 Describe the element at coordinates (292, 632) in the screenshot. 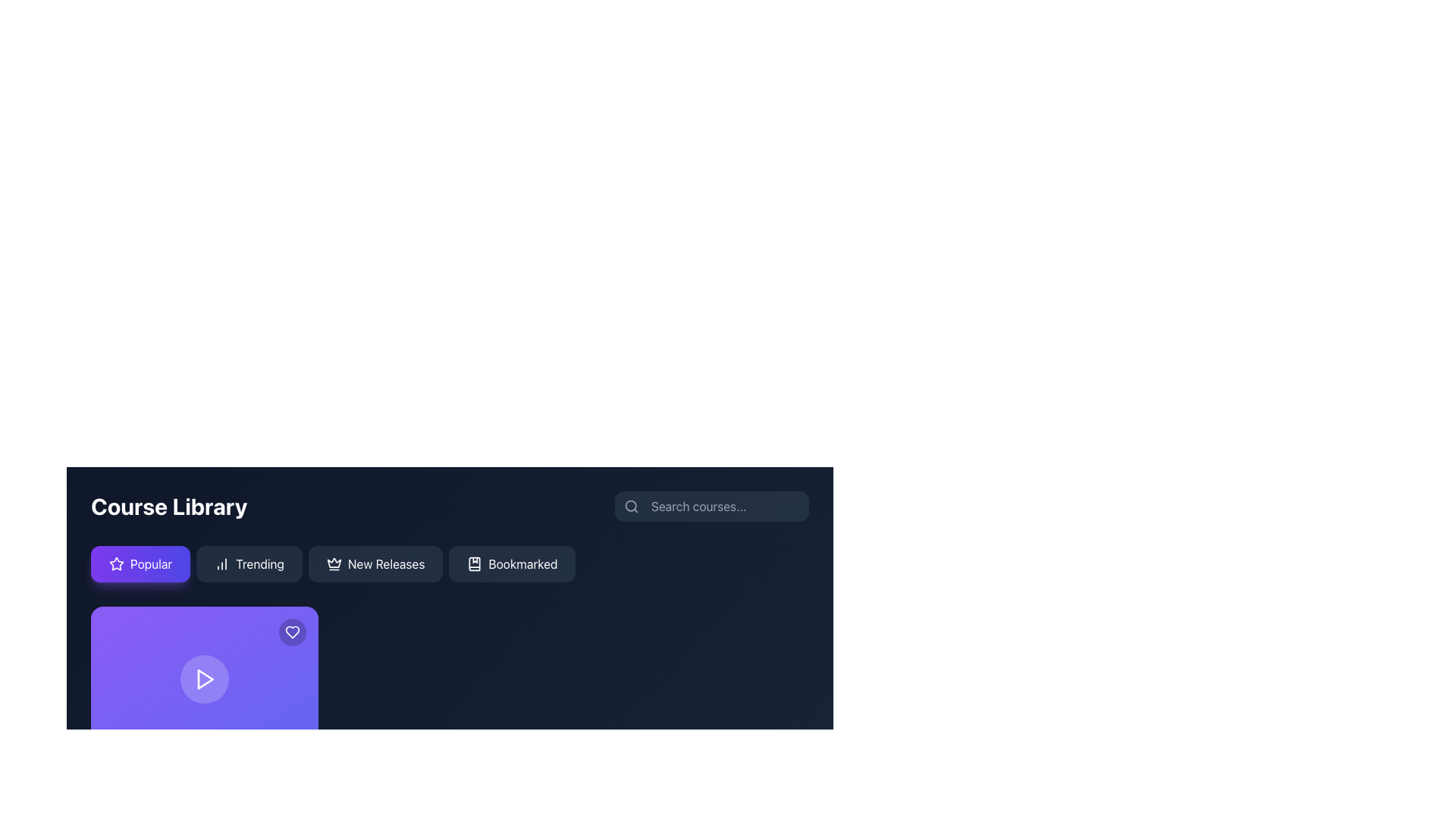

I see `the heart icon located at the top-right corner of the card to like or favorite the content item` at that location.